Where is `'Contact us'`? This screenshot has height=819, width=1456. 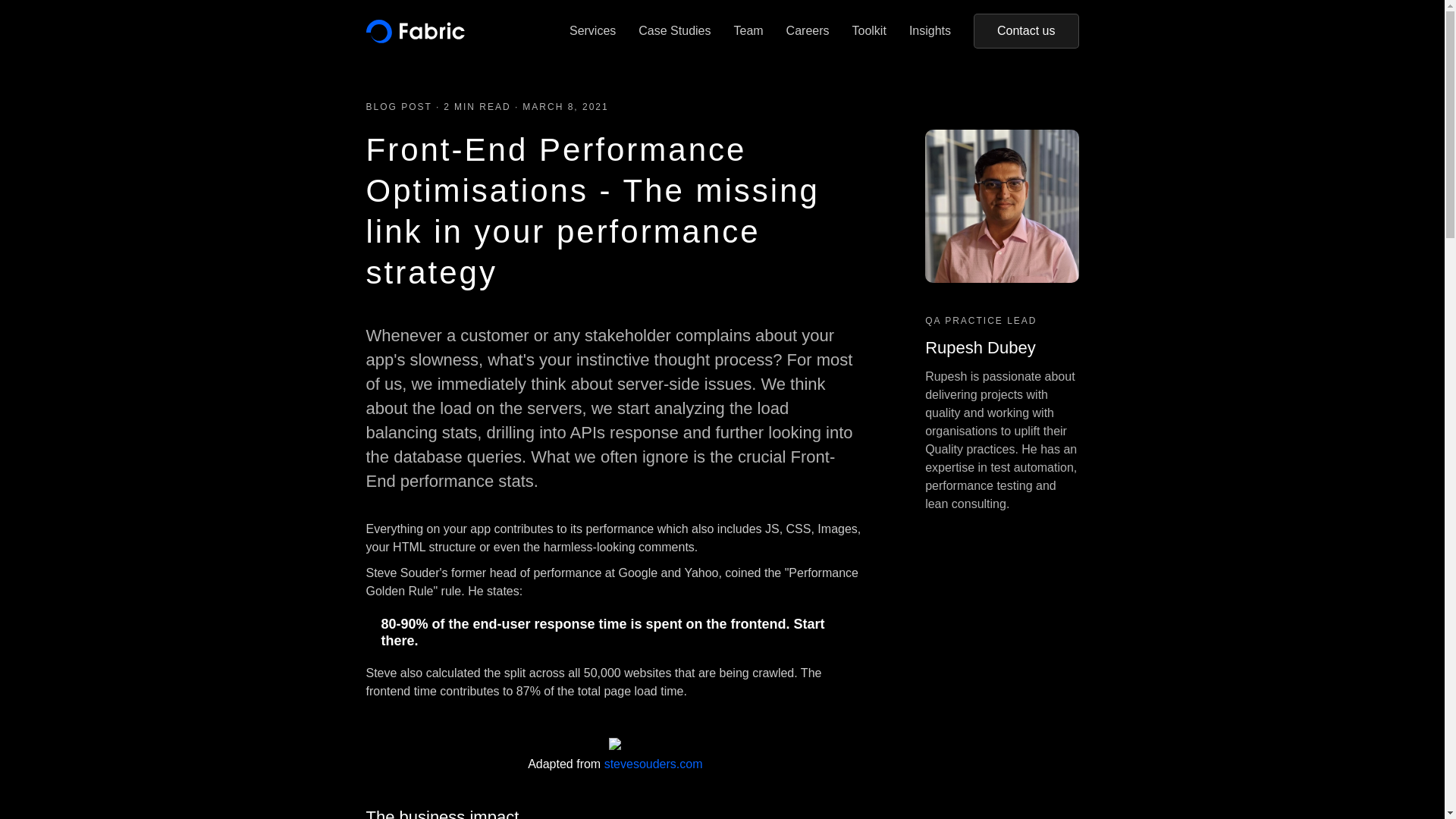
'Contact us' is located at coordinates (973, 31).